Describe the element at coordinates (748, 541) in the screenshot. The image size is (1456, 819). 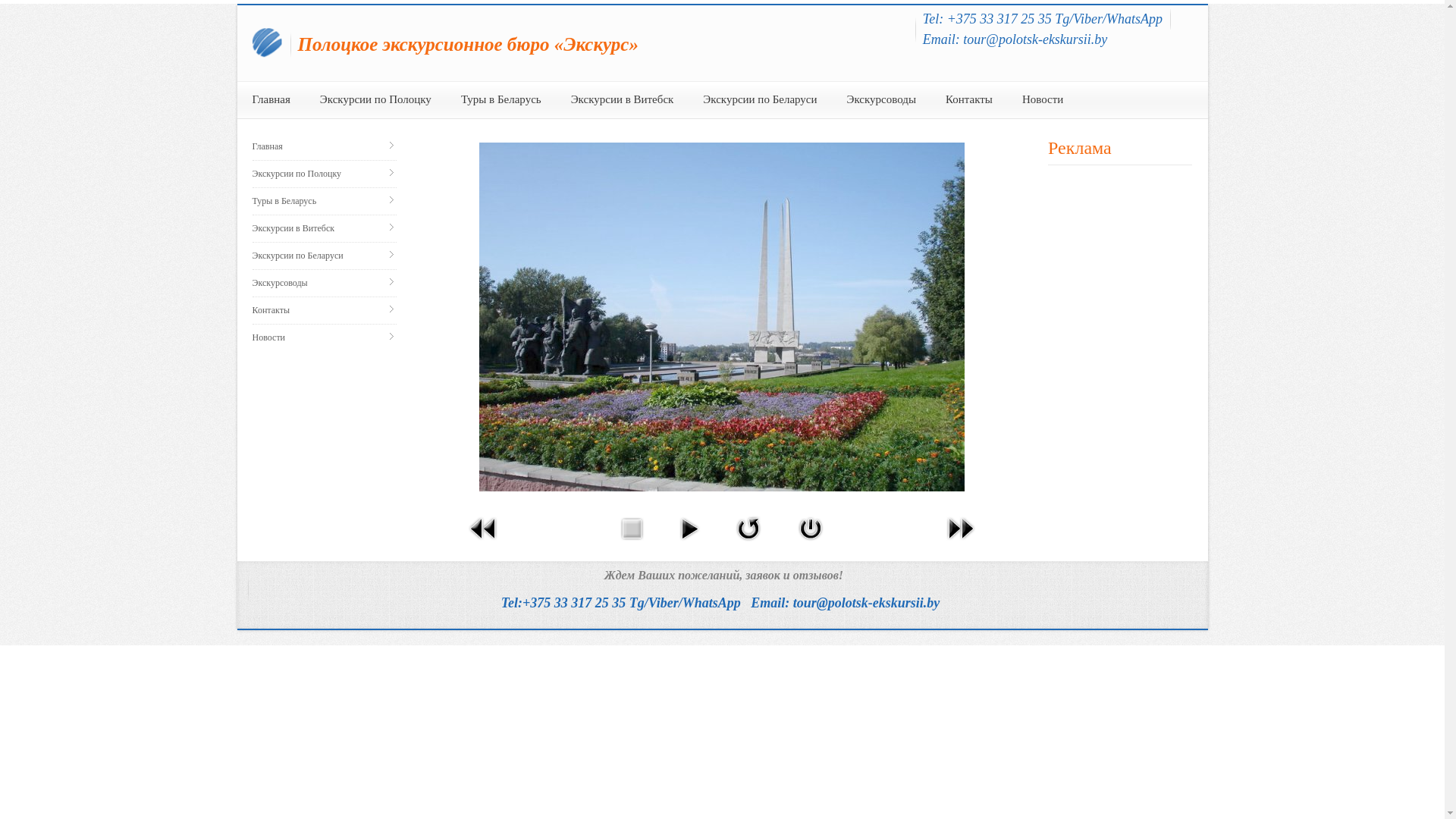
I see `'Refresh'` at that location.